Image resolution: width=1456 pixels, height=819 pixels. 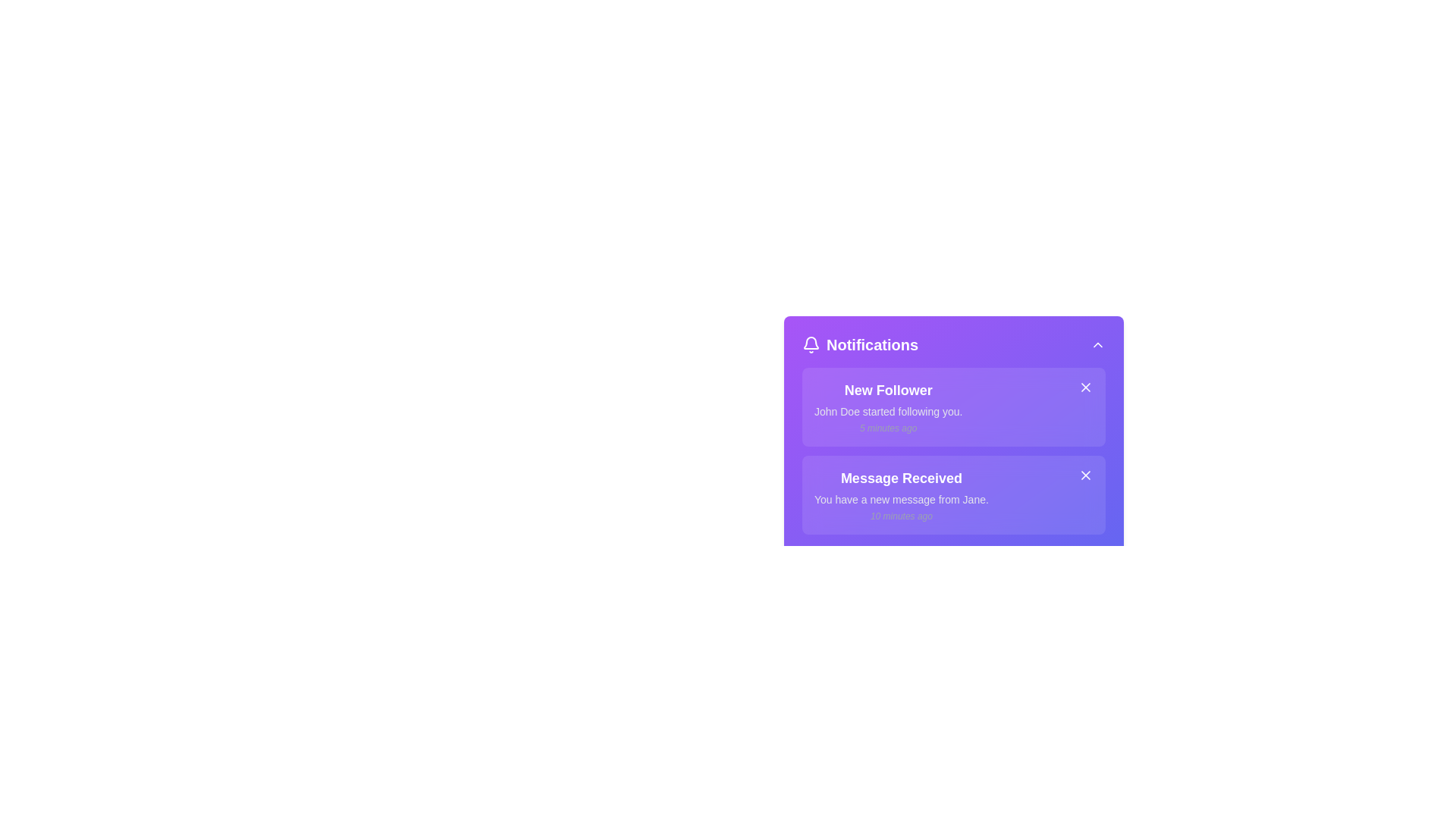 I want to click on the Close button, which is a small circular icon with a white 'X' symbol located in the top-right corner of the first notification card under the 'Notifications' section, so click(x=1084, y=386).